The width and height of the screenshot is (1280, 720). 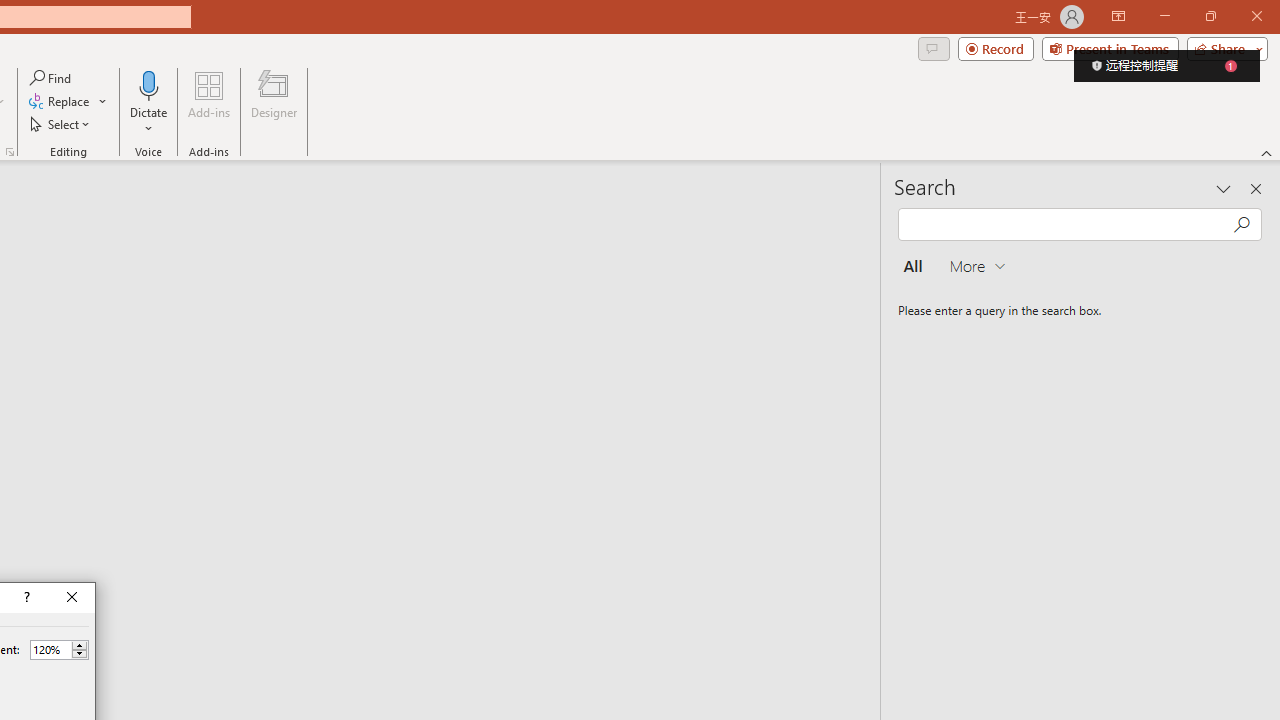 I want to click on 'Percent', so click(x=50, y=649).